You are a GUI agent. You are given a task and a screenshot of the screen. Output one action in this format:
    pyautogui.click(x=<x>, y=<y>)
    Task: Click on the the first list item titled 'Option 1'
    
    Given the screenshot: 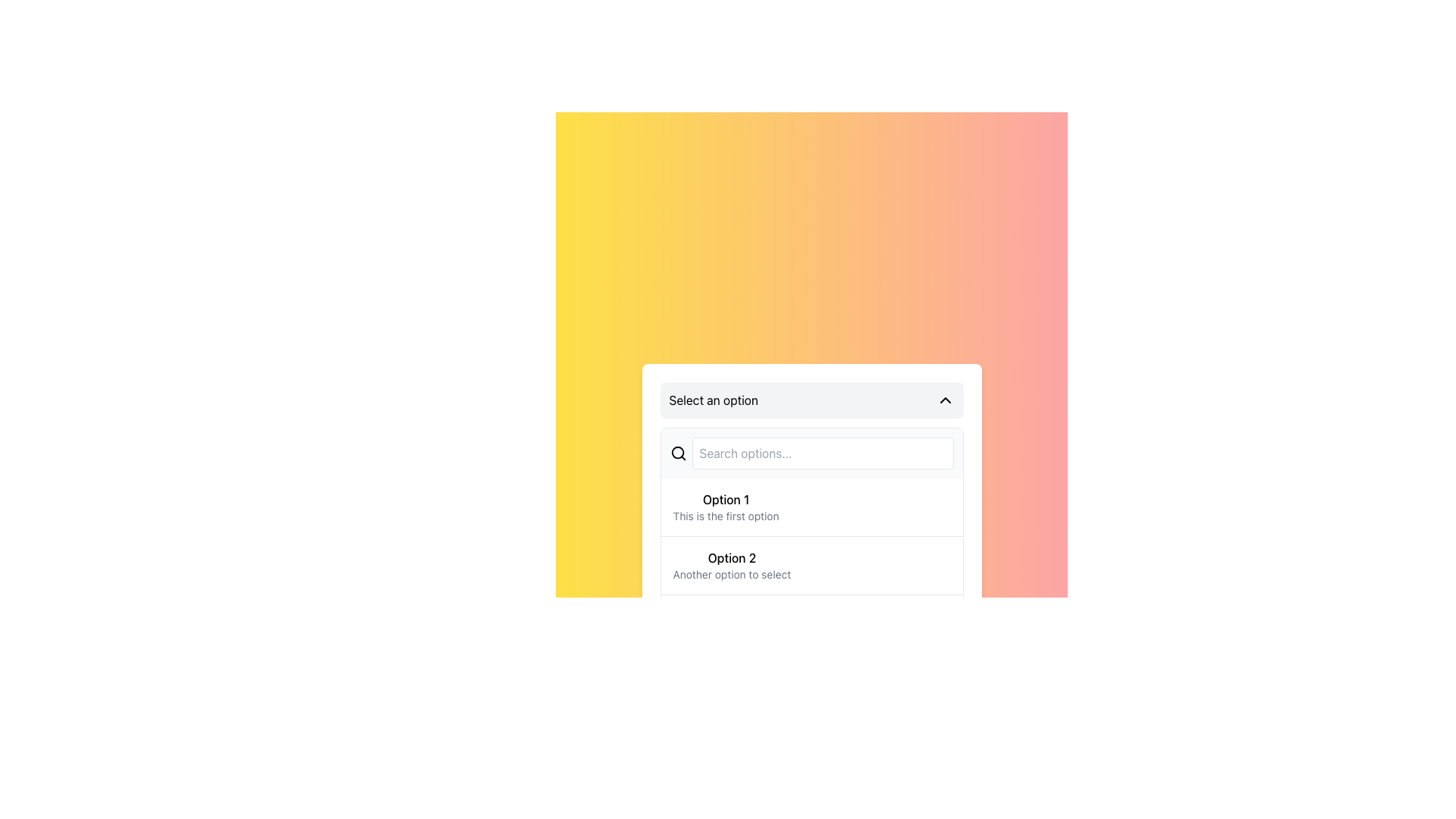 What is the action you would take?
    pyautogui.click(x=724, y=507)
    